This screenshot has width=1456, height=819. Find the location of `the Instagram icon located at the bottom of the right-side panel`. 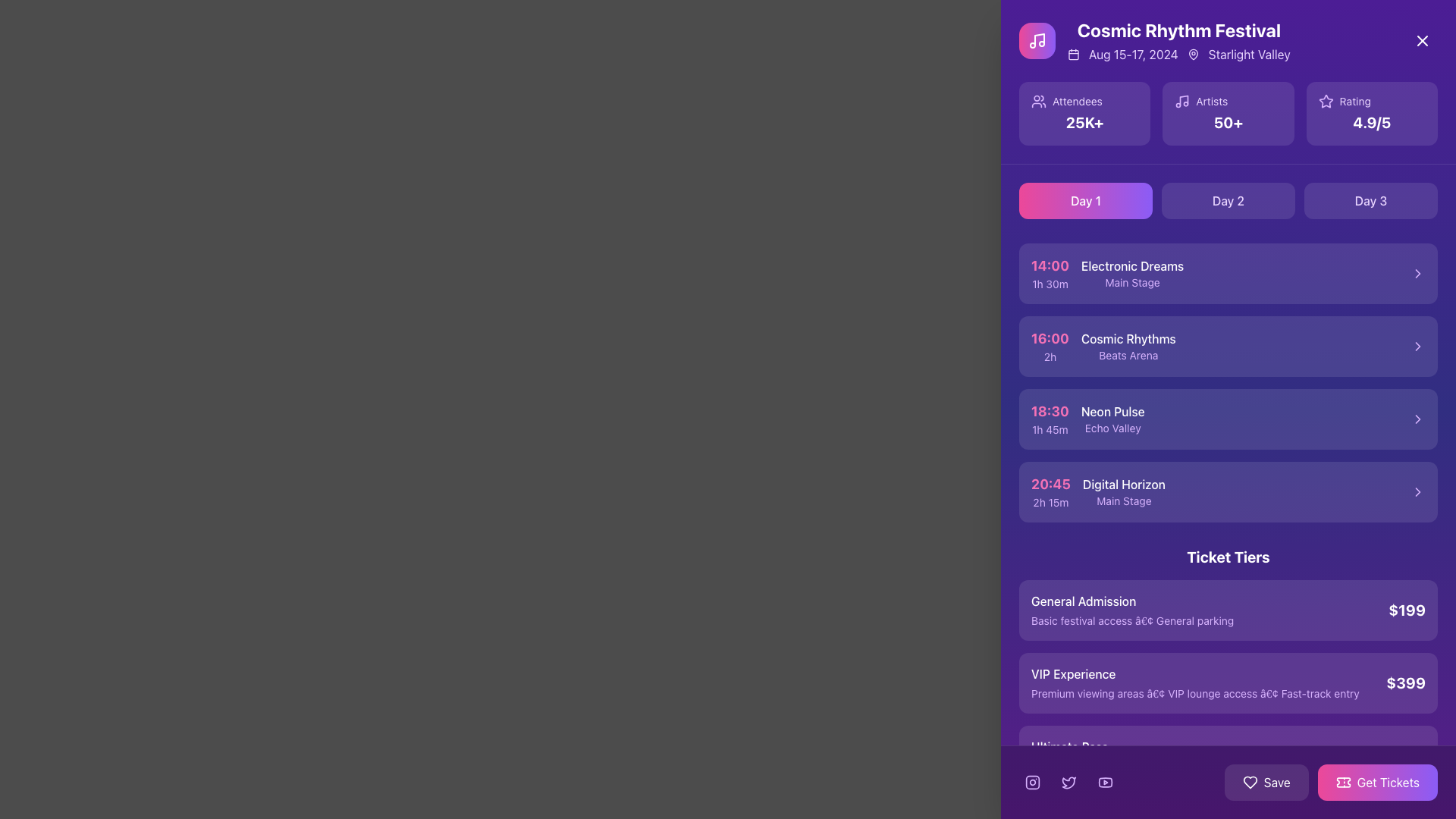

the Instagram icon located at the bottom of the right-side panel is located at coordinates (1032, 783).